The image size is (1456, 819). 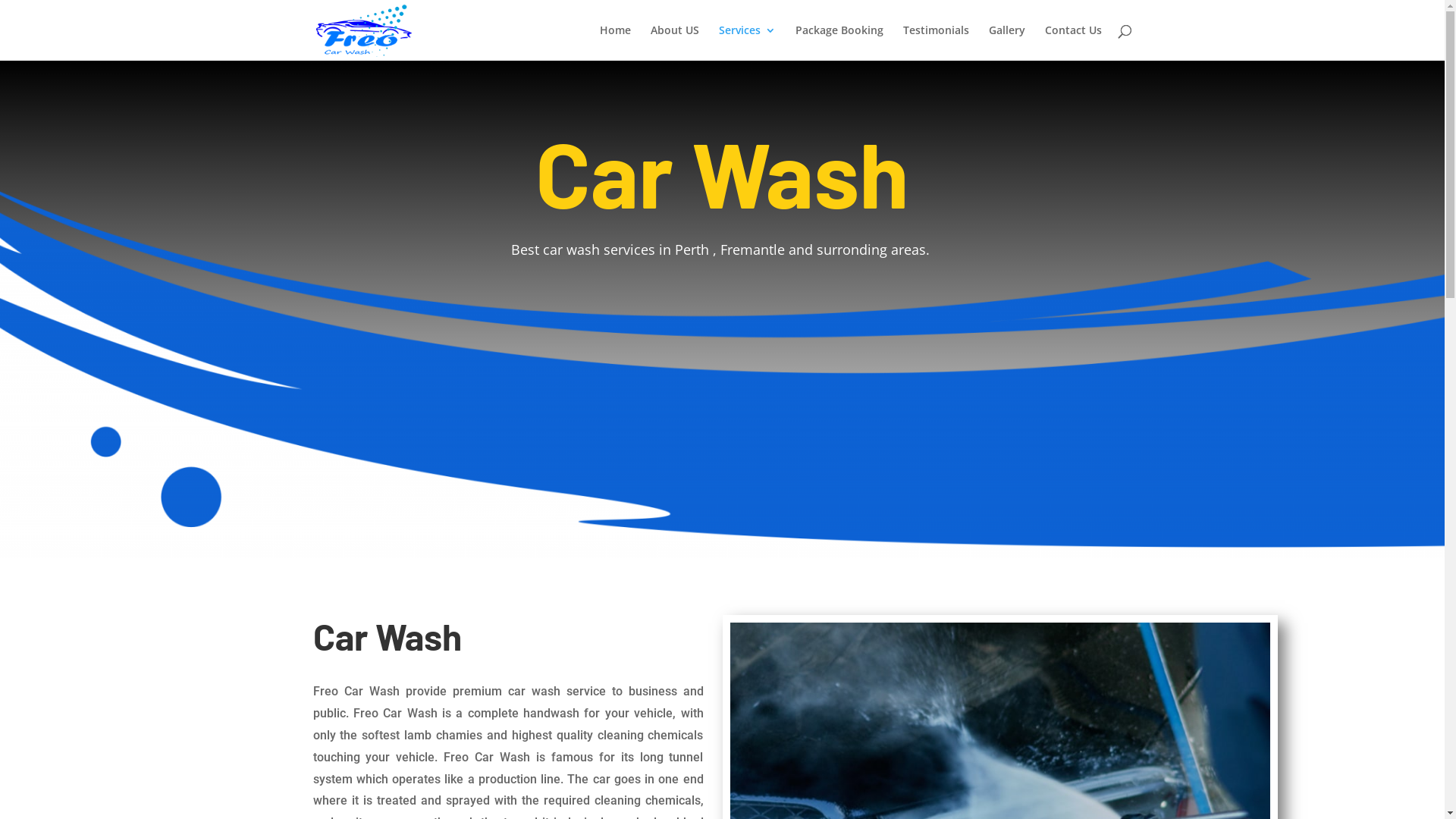 What do you see at coordinates (989, 42) in the screenshot?
I see `'Gallery'` at bounding box center [989, 42].